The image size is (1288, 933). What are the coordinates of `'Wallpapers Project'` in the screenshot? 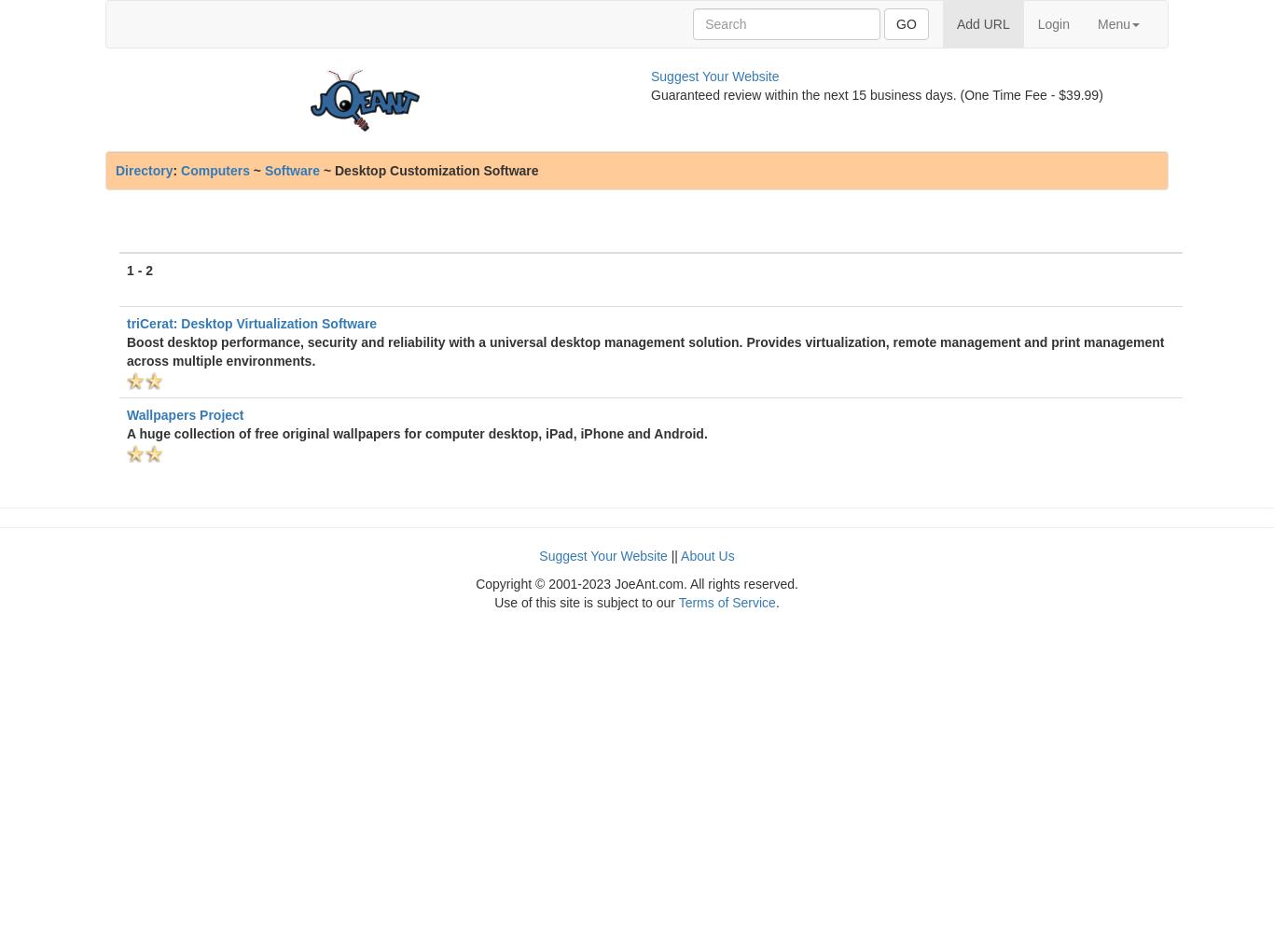 It's located at (184, 413).